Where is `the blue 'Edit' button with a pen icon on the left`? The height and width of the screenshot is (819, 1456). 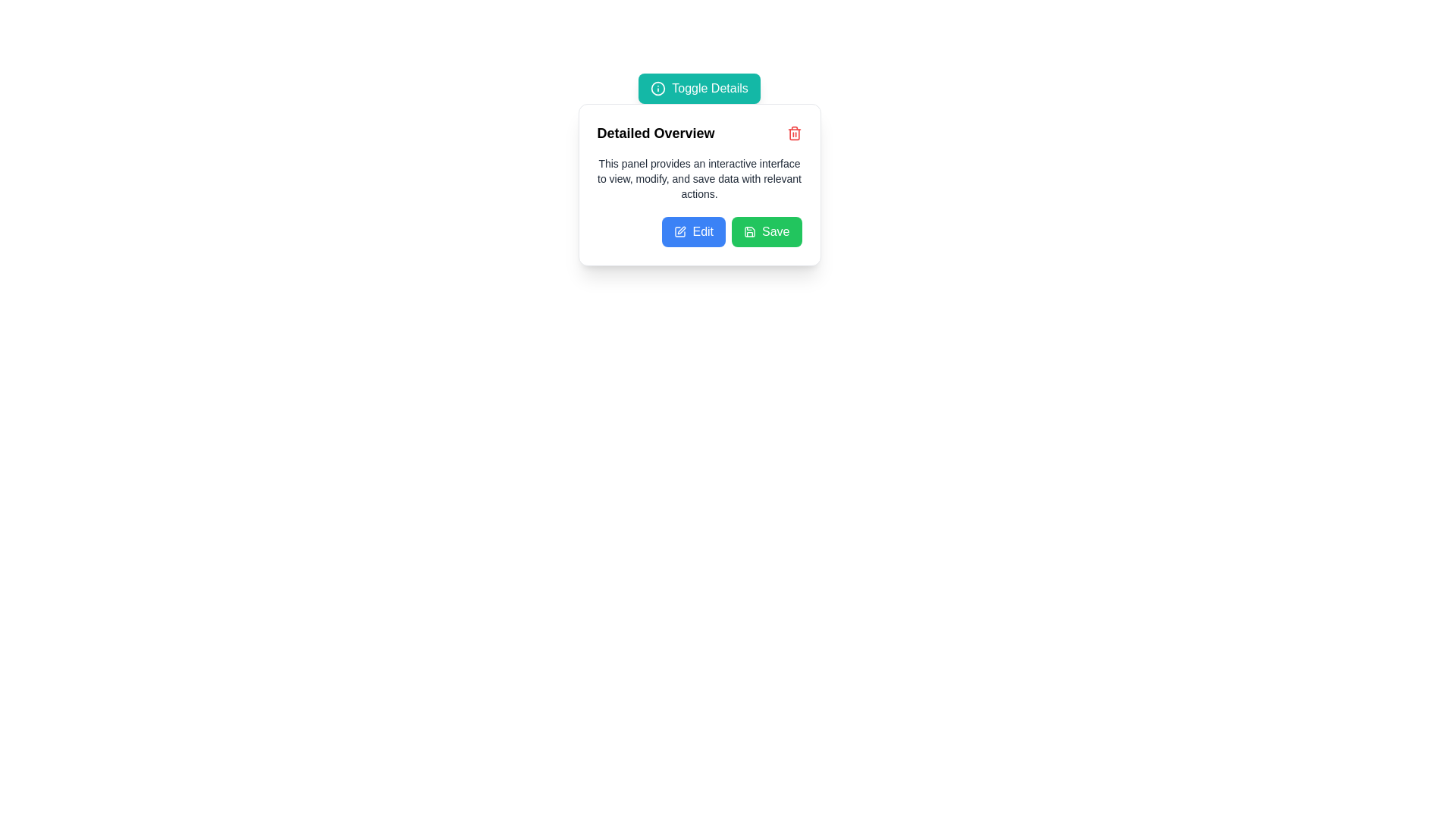 the blue 'Edit' button with a pen icon on the left is located at coordinates (693, 231).